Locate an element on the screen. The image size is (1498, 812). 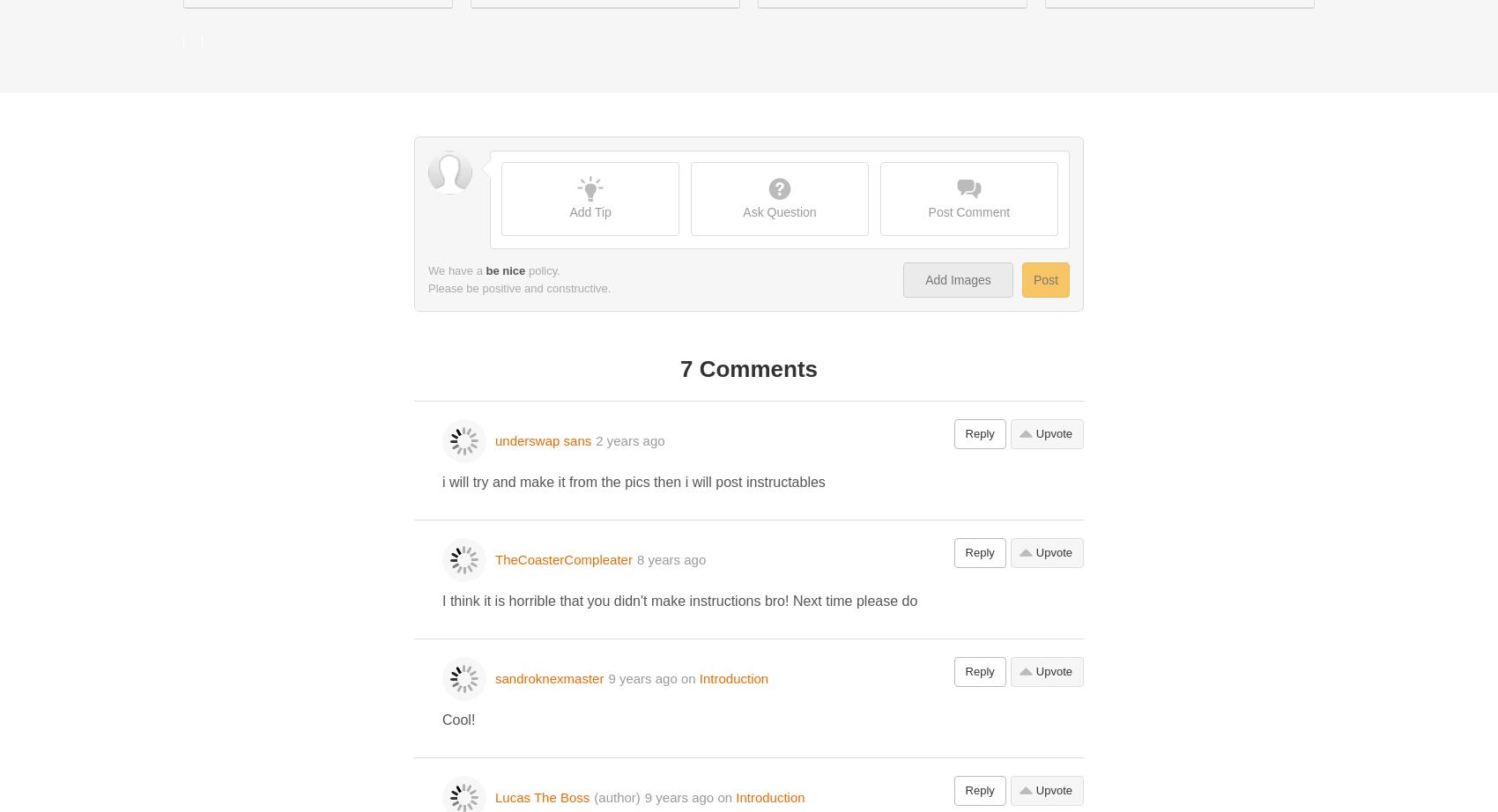
'Post' is located at coordinates (1044, 278).